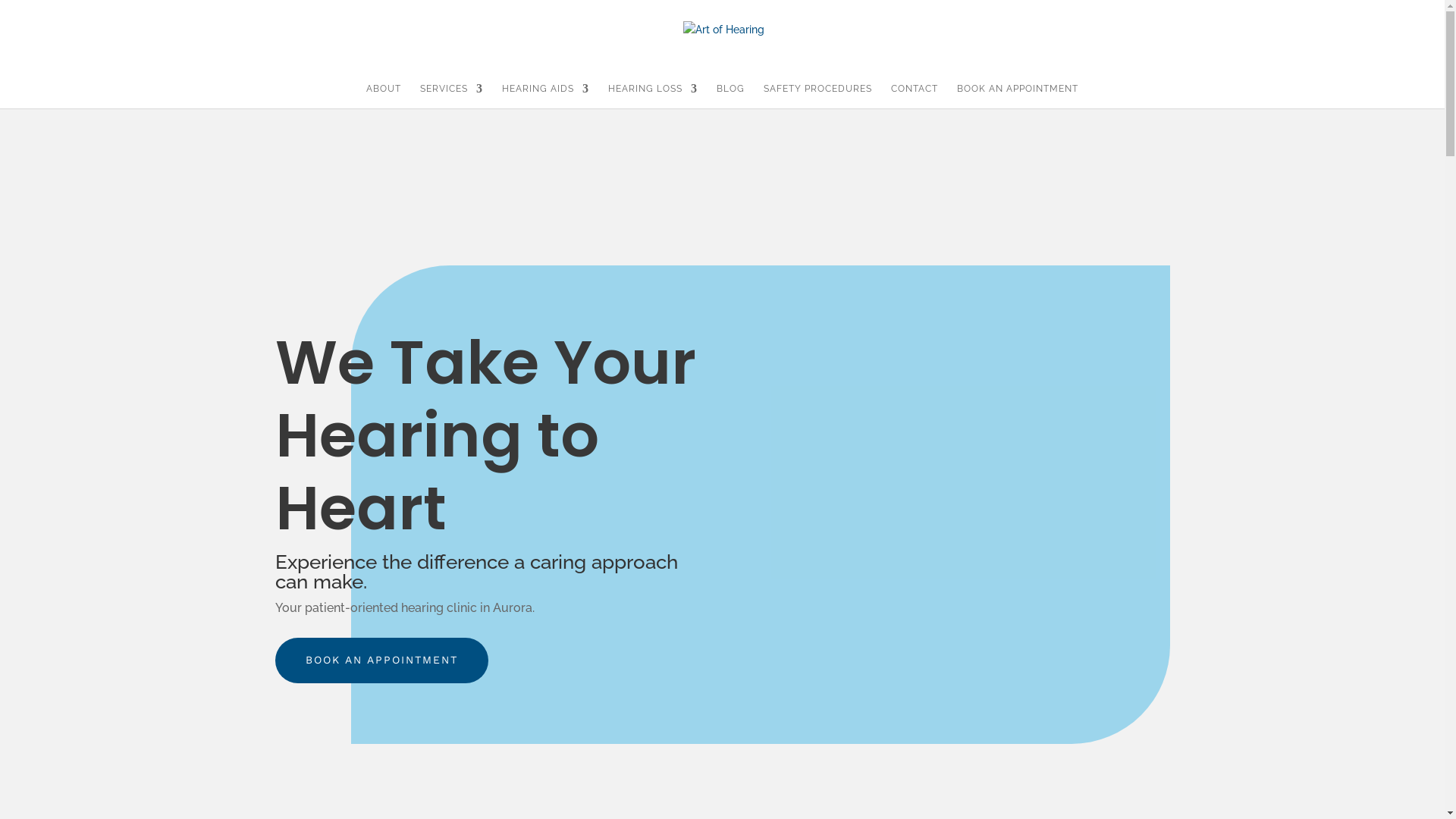  What do you see at coordinates (817, 96) in the screenshot?
I see `'SAFETY PROCEDURES'` at bounding box center [817, 96].